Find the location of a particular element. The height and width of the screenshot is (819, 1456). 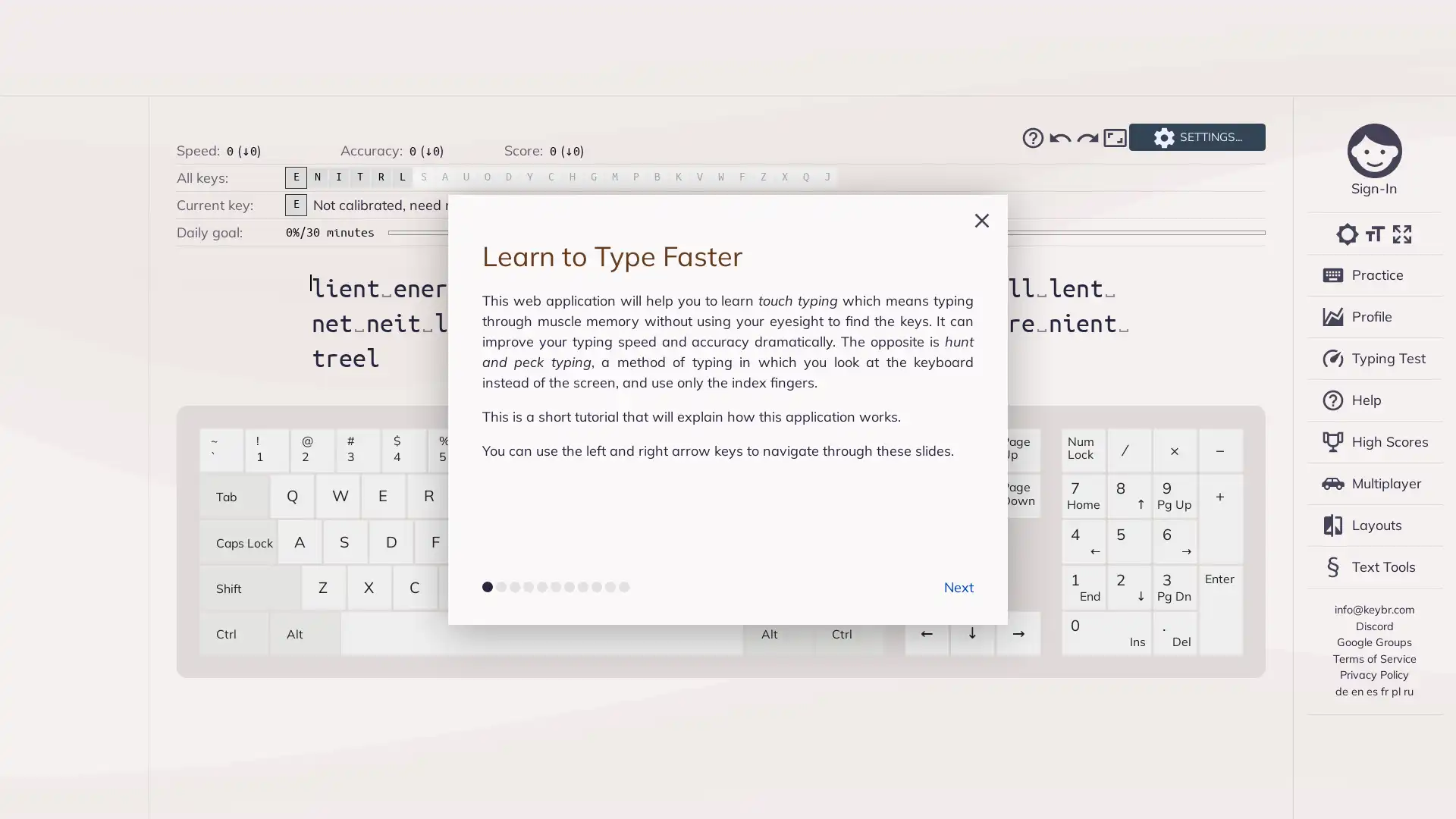

Switch to theme Large Text Size. is located at coordinates (1373, 234).